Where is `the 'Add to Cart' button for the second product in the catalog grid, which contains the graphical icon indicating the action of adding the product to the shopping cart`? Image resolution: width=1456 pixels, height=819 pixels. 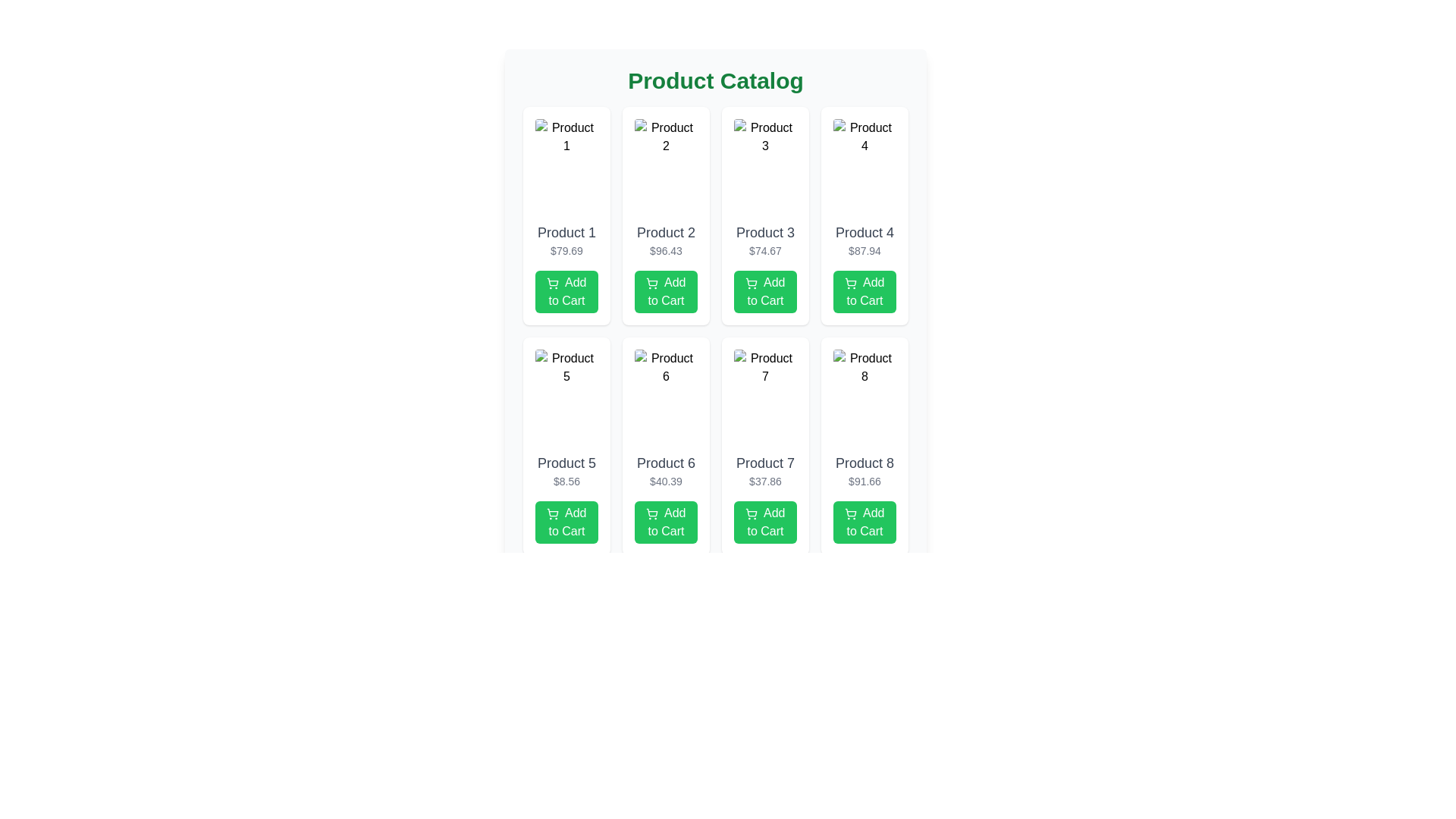
the 'Add to Cart' button for the second product in the catalog grid, which contains the graphical icon indicating the action of adding the product to the shopping cart is located at coordinates (652, 283).